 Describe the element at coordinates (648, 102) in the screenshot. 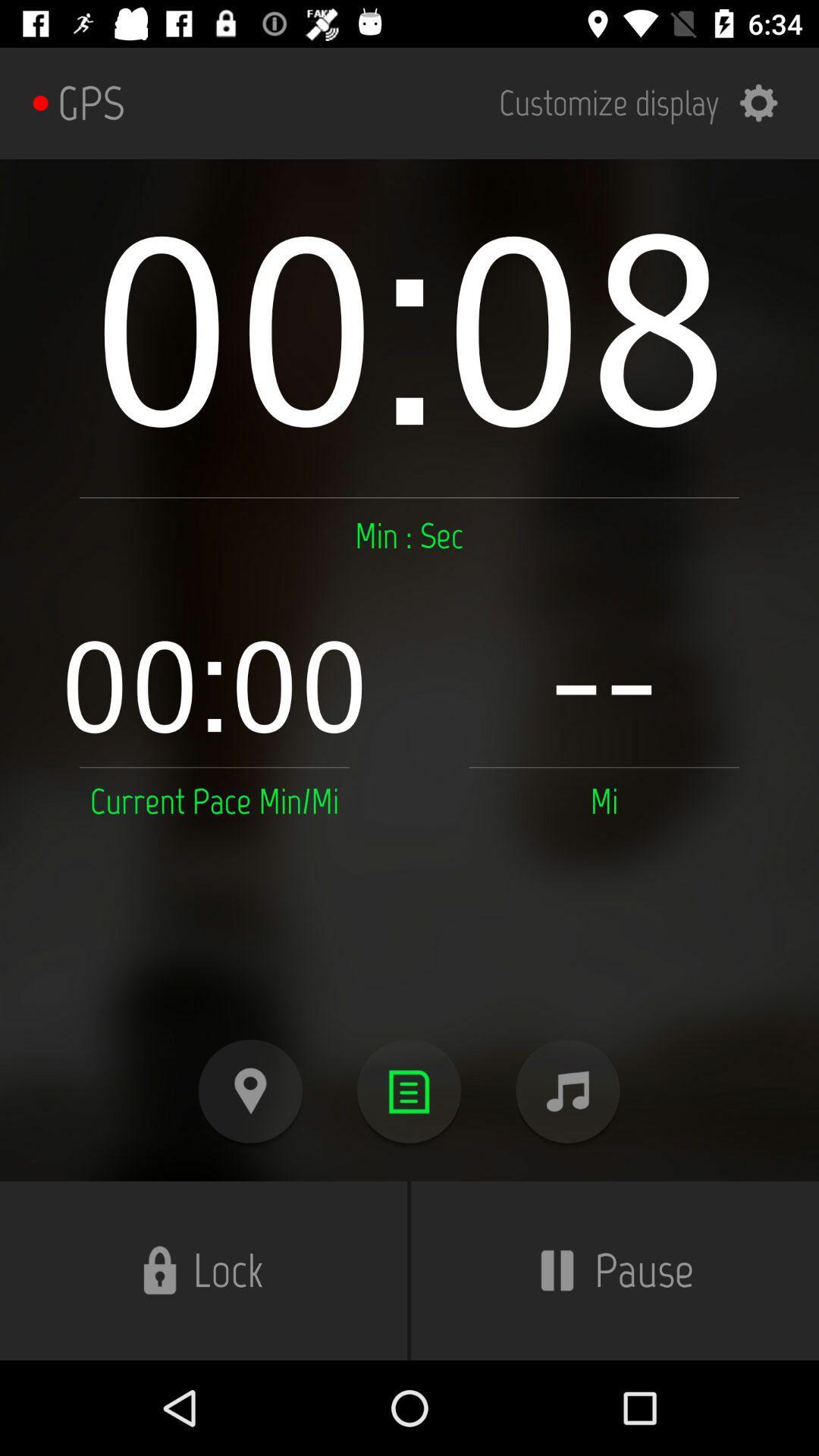

I see `the item next to gps` at that location.